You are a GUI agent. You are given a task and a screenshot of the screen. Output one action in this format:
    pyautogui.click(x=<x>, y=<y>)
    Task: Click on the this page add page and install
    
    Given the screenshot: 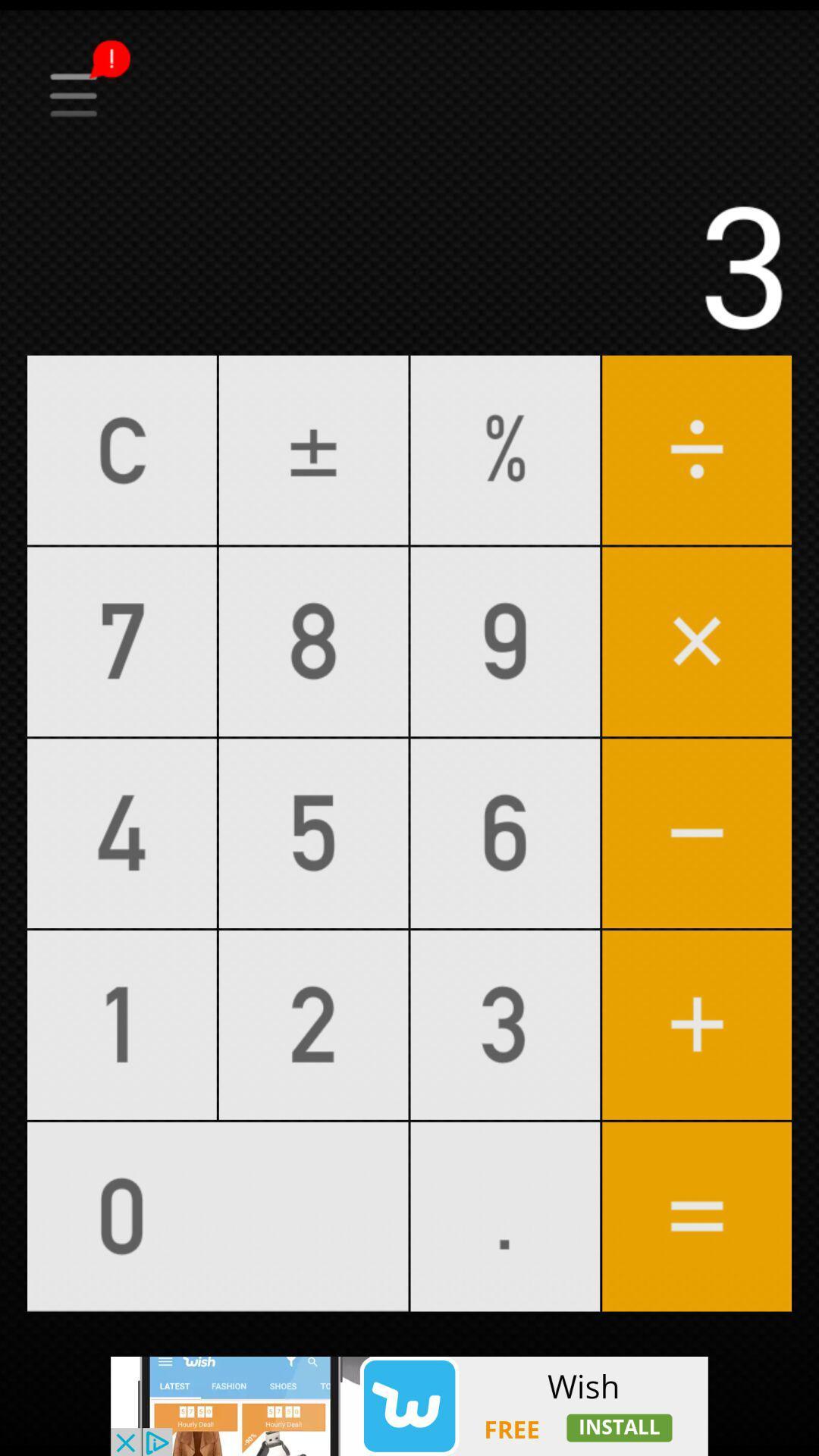 What is the action you would take?
    pyautogui.click(x=409, y=1405)
    